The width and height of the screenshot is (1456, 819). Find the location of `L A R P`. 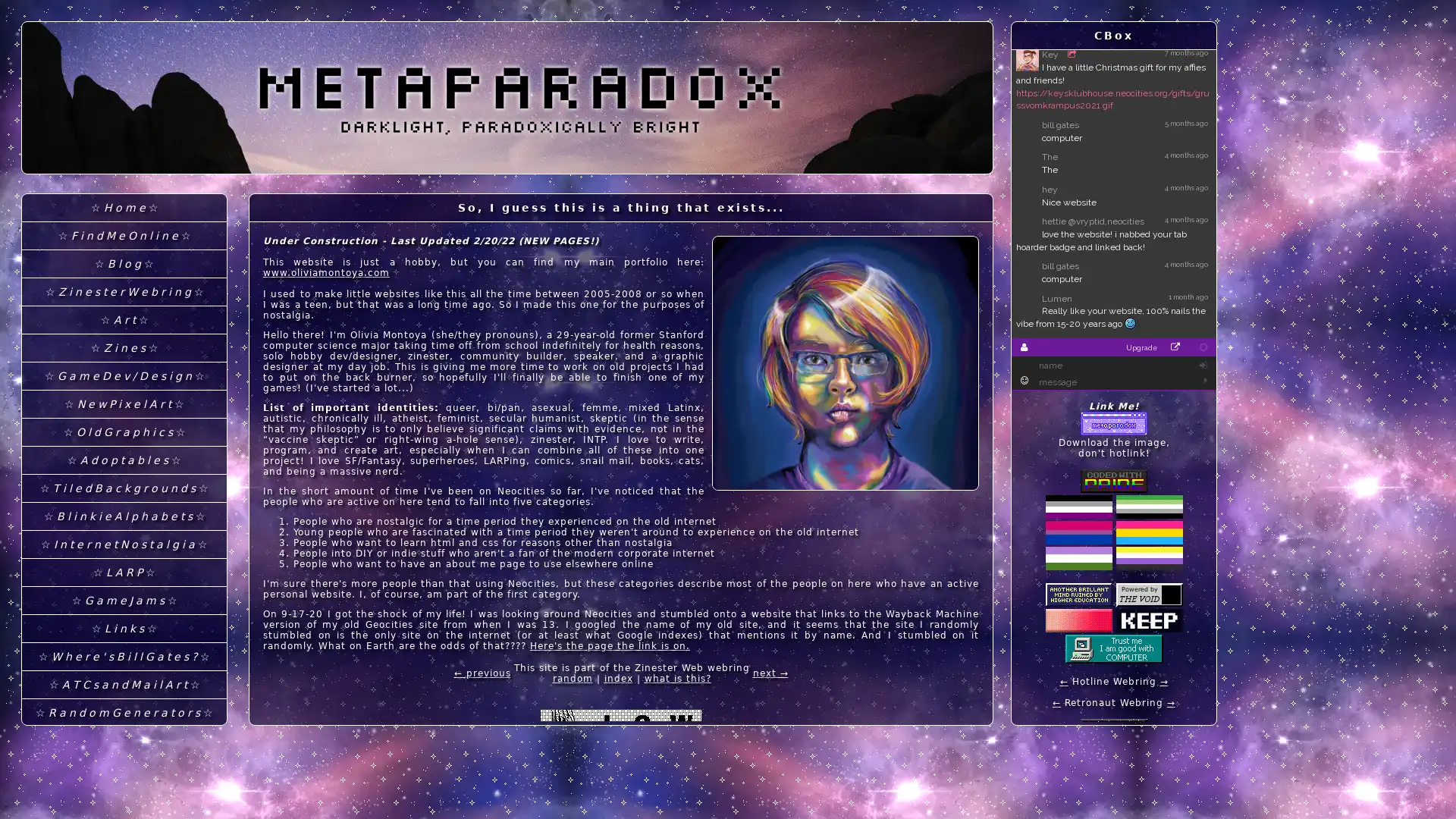

L A R P is located at coordinates (124, 573).